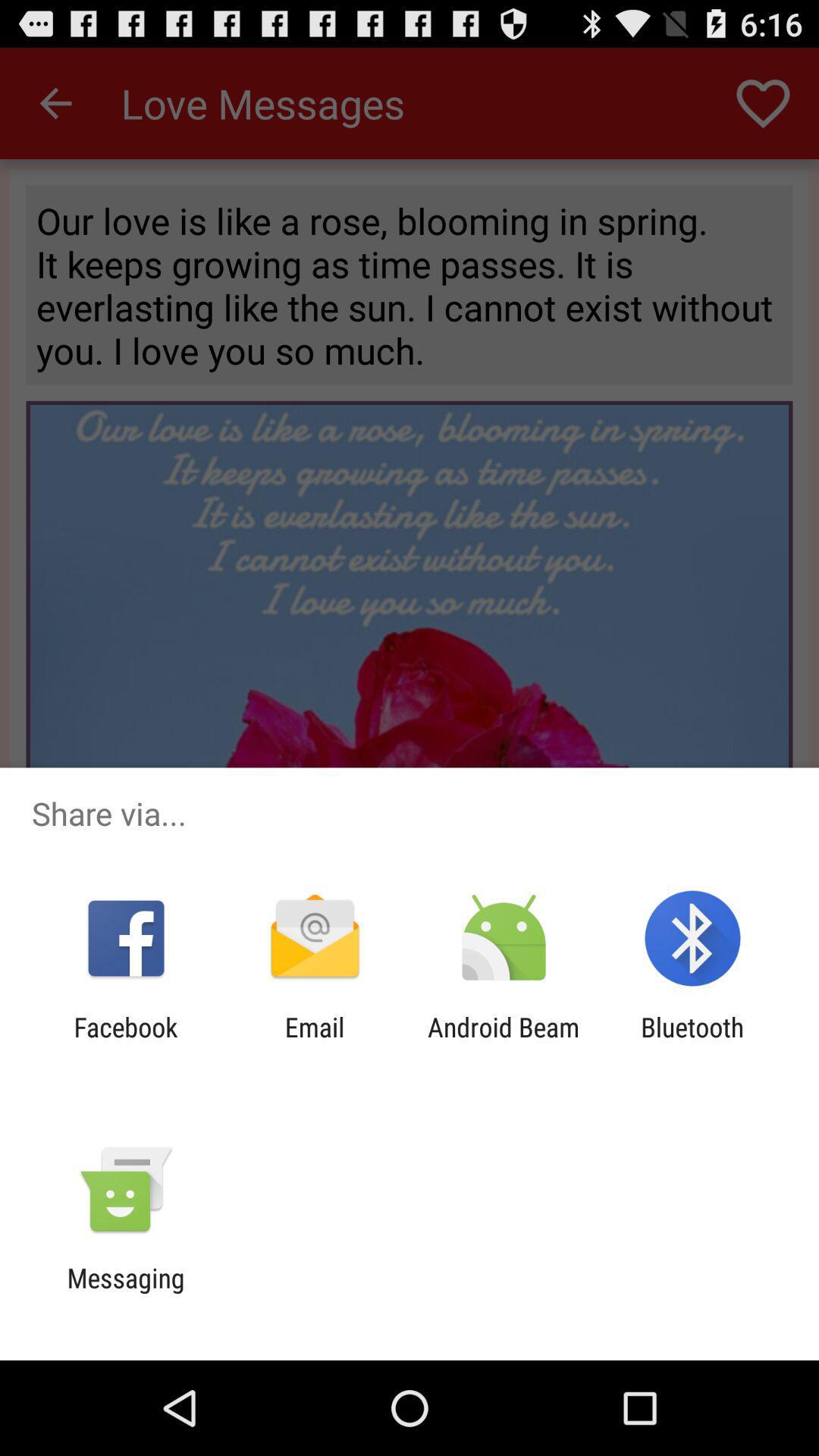 This screenshot has height=1456, width=819. What do you see at coordinates (504, 1042) in the screenshot?
I see `android beam item` at bounding box center [504, 1042].